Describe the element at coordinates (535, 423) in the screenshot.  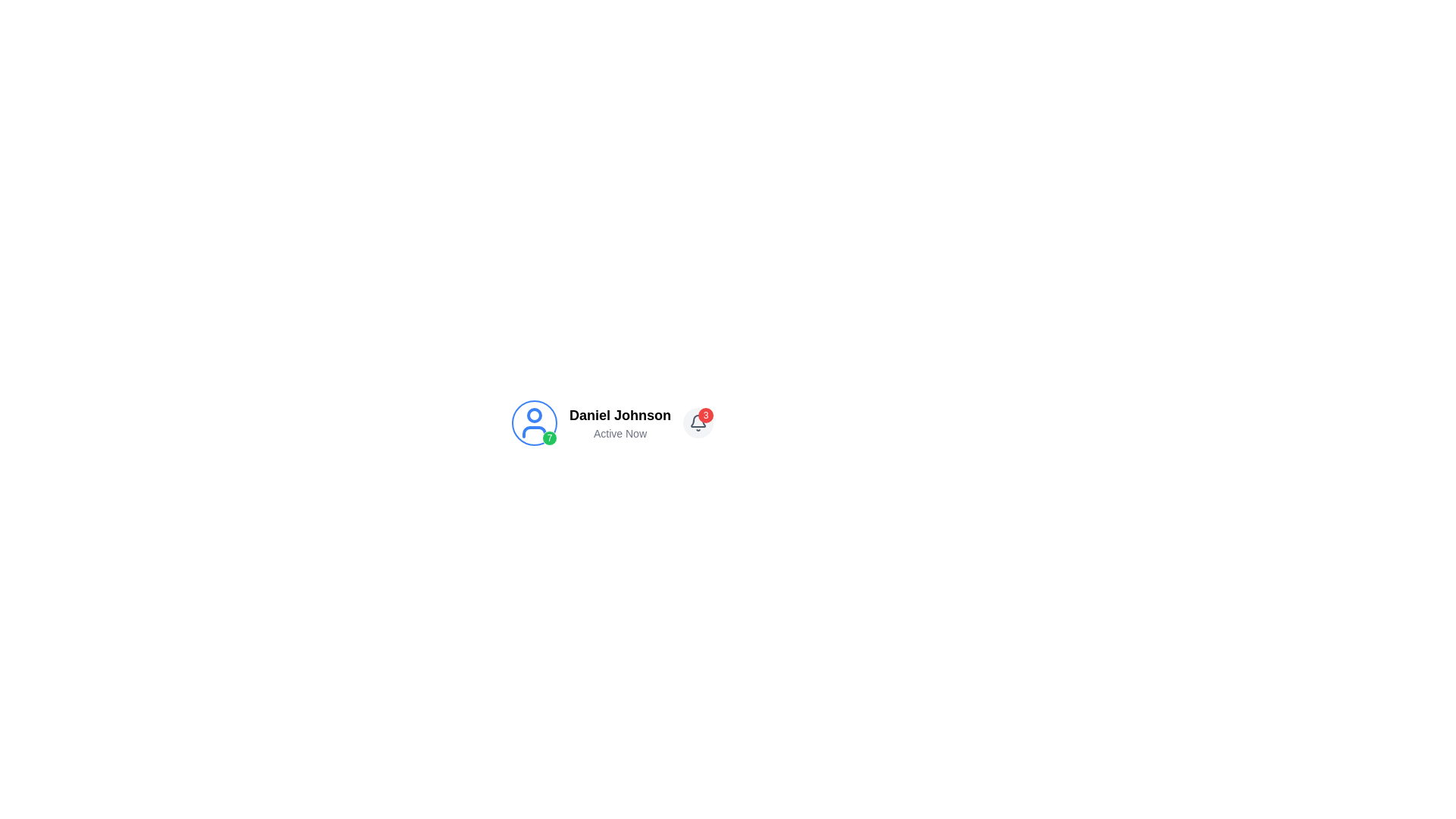
I see `the User Avatar with Status Indicator, which is a circular icon with a blue outline and a user silhouette` at that location.